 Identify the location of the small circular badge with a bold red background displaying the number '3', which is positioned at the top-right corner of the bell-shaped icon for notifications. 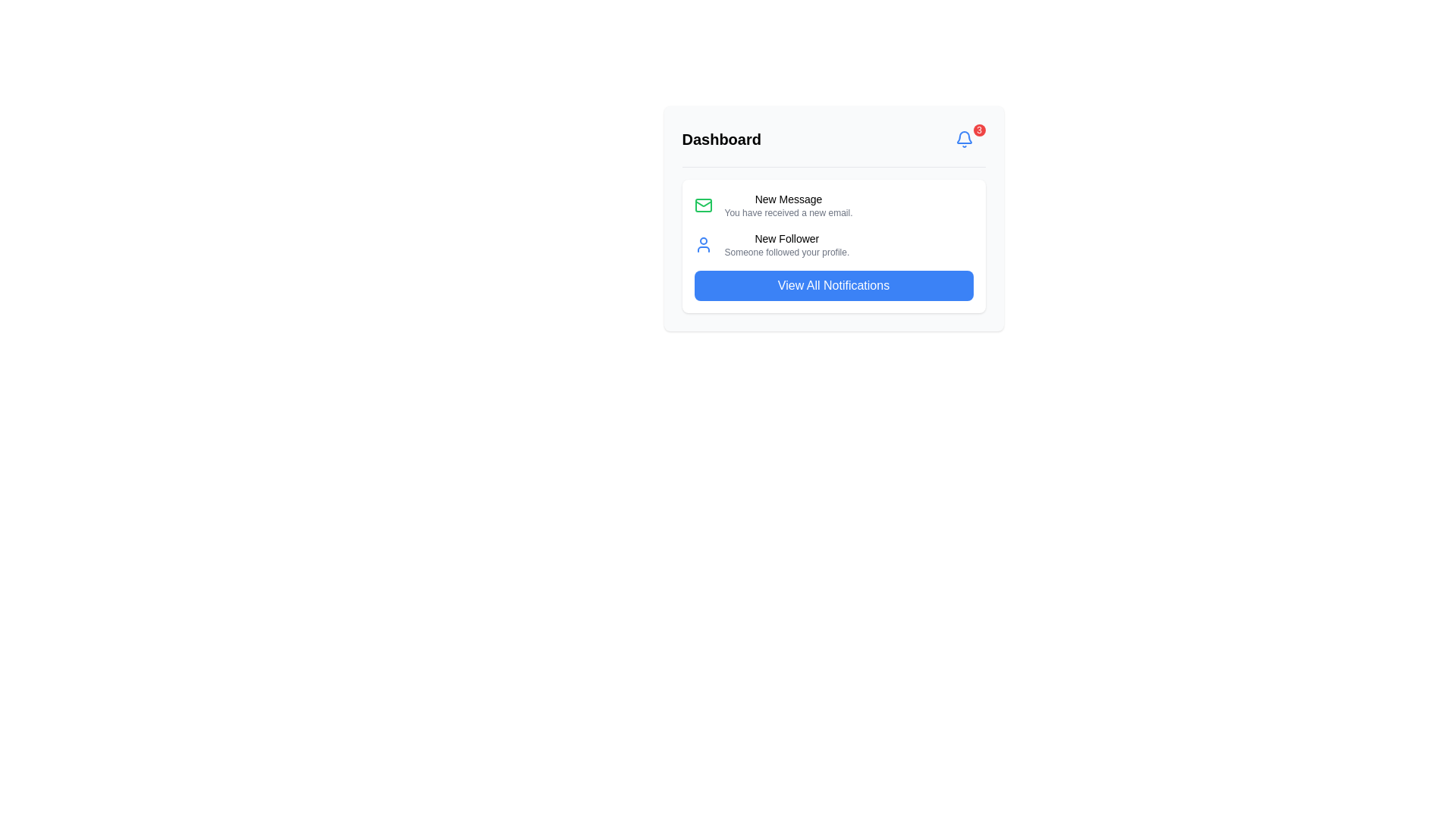
(979, 130).